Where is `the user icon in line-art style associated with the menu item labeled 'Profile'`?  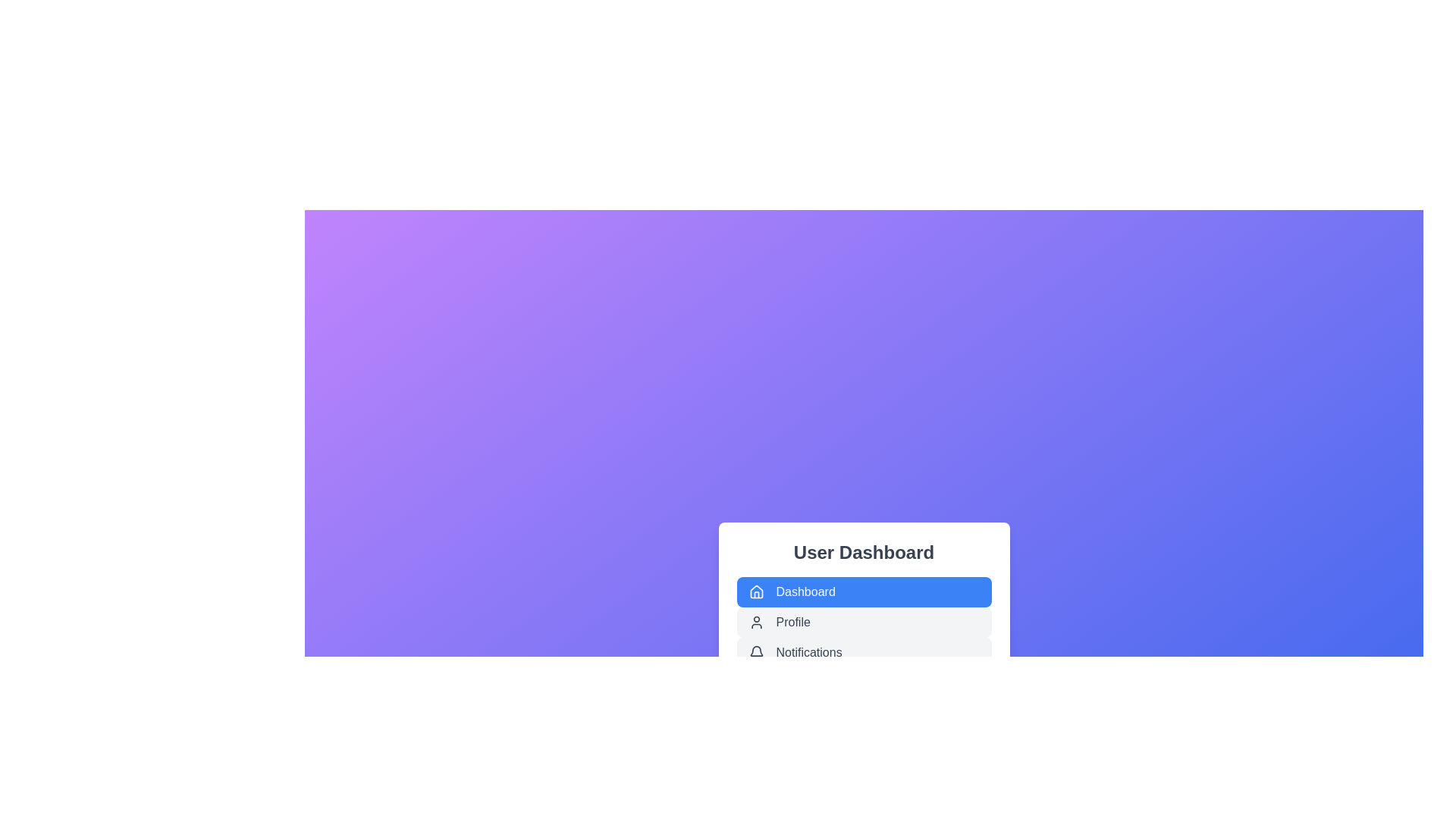
the user icon in line-art style associated with the menu item labeled 'Profile' is located at coordinates (756, 623).